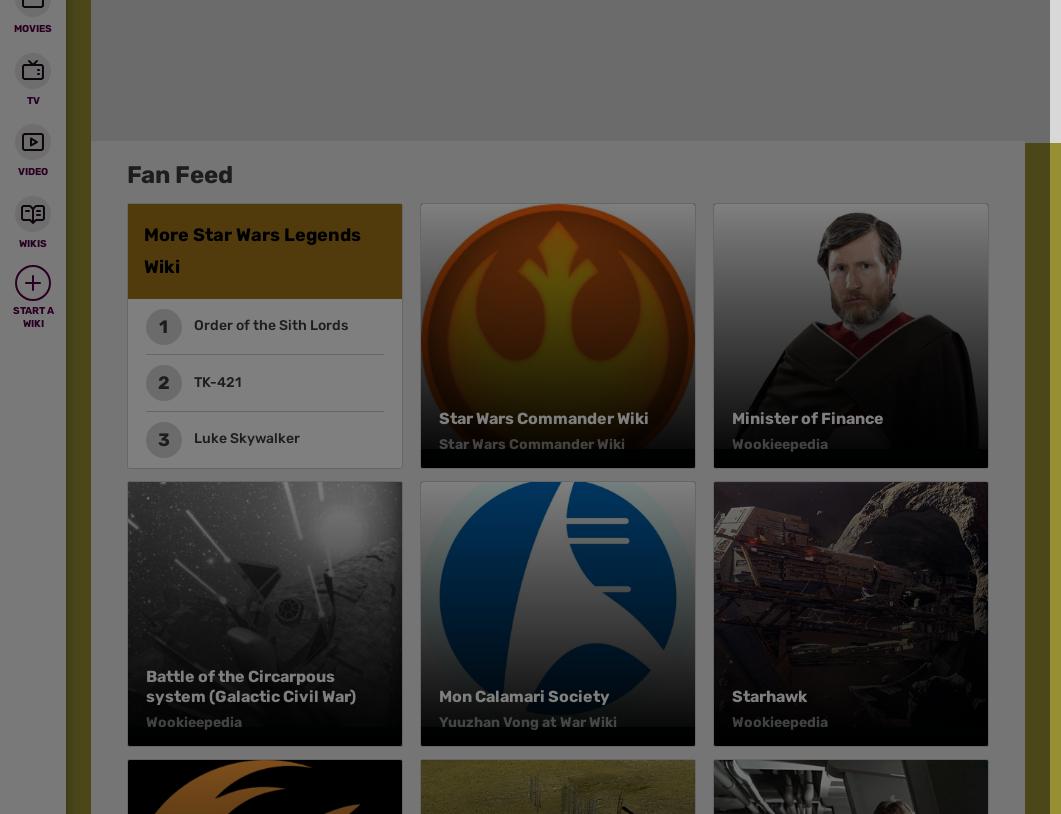  I want to click on 'Help', so click(581, 73).